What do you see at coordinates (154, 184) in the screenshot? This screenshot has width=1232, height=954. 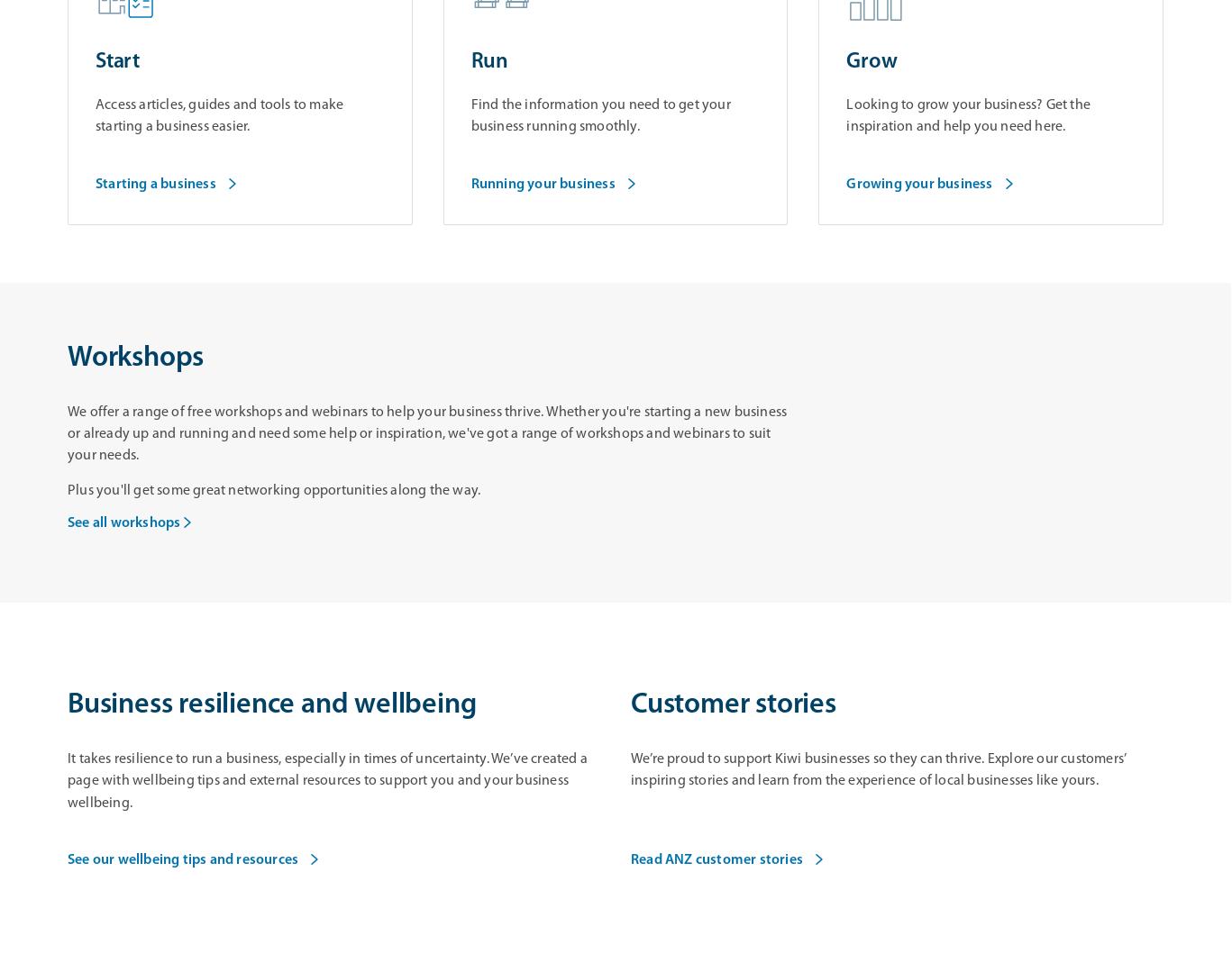 I see `'Starting a business'` at bounding box center [154, 184].